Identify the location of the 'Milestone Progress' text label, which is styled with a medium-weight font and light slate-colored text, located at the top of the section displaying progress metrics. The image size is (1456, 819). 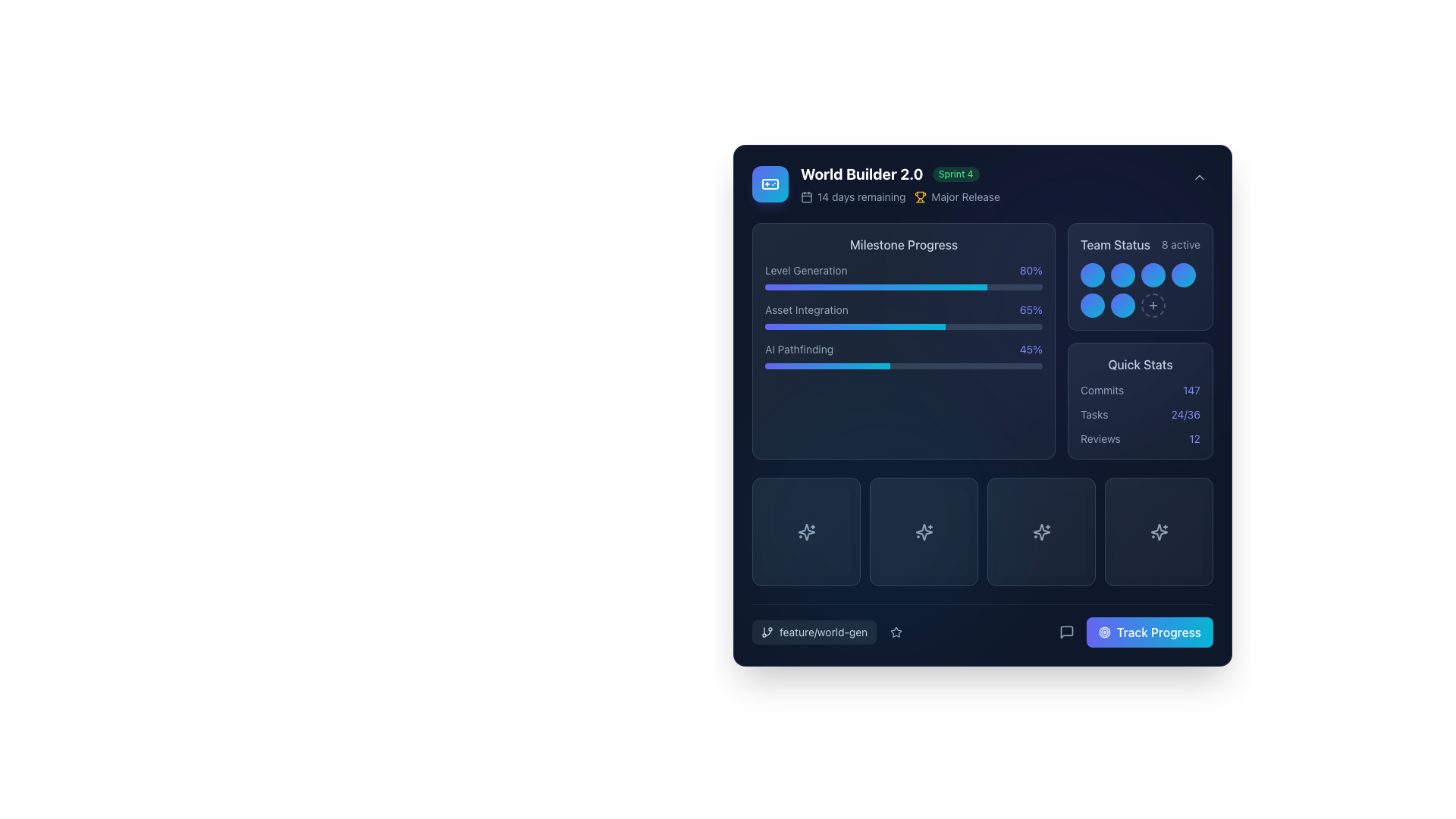
(903, 244).